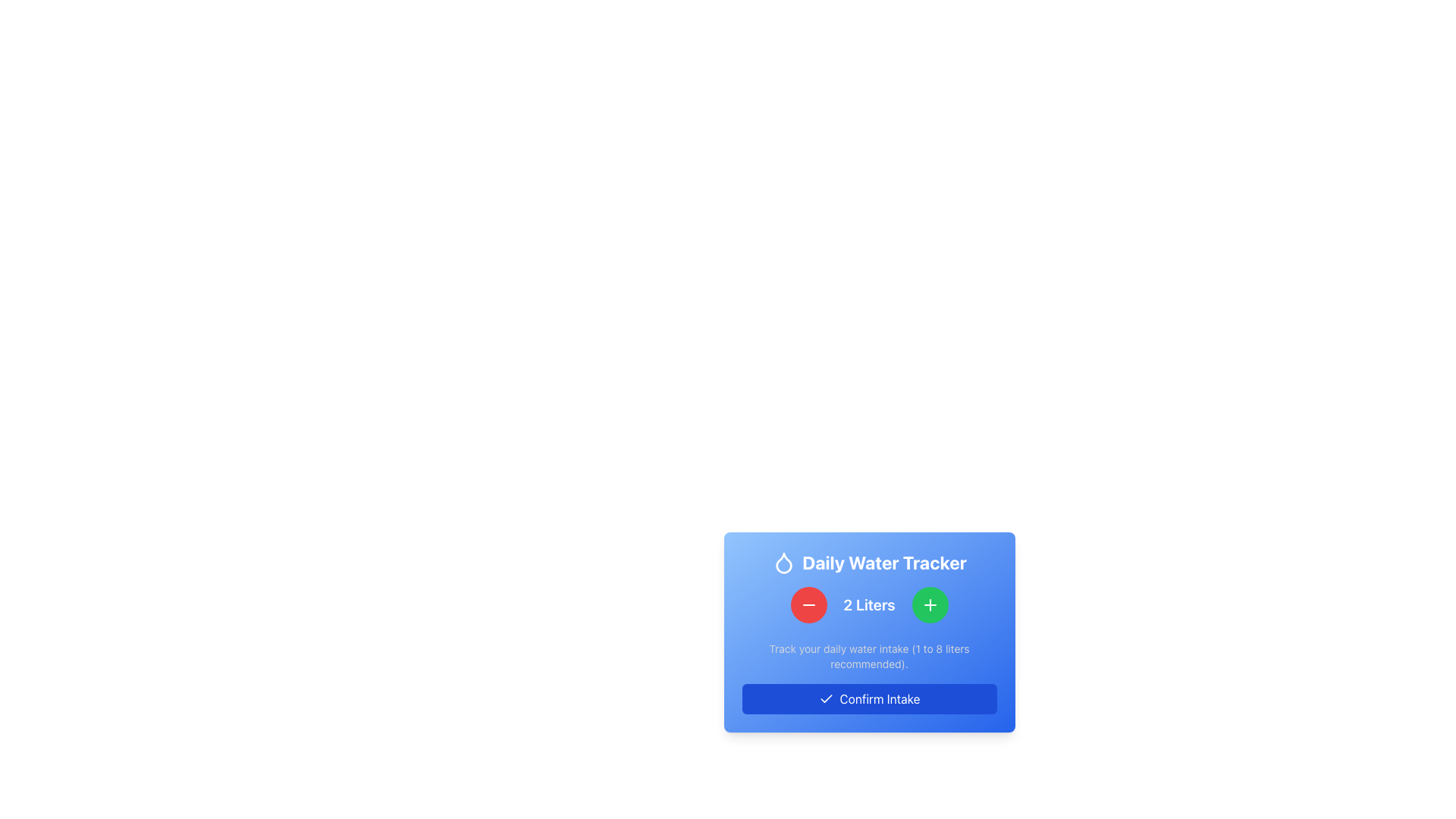 The image size is (1456, 819). Describe the element at coordinates (869, 562) in the screenshot. I see `the text label 'Daily Water Tracker', which is prominently displayed in bold, large white font against a gradient blue background at the top of its card UI component` at that location.